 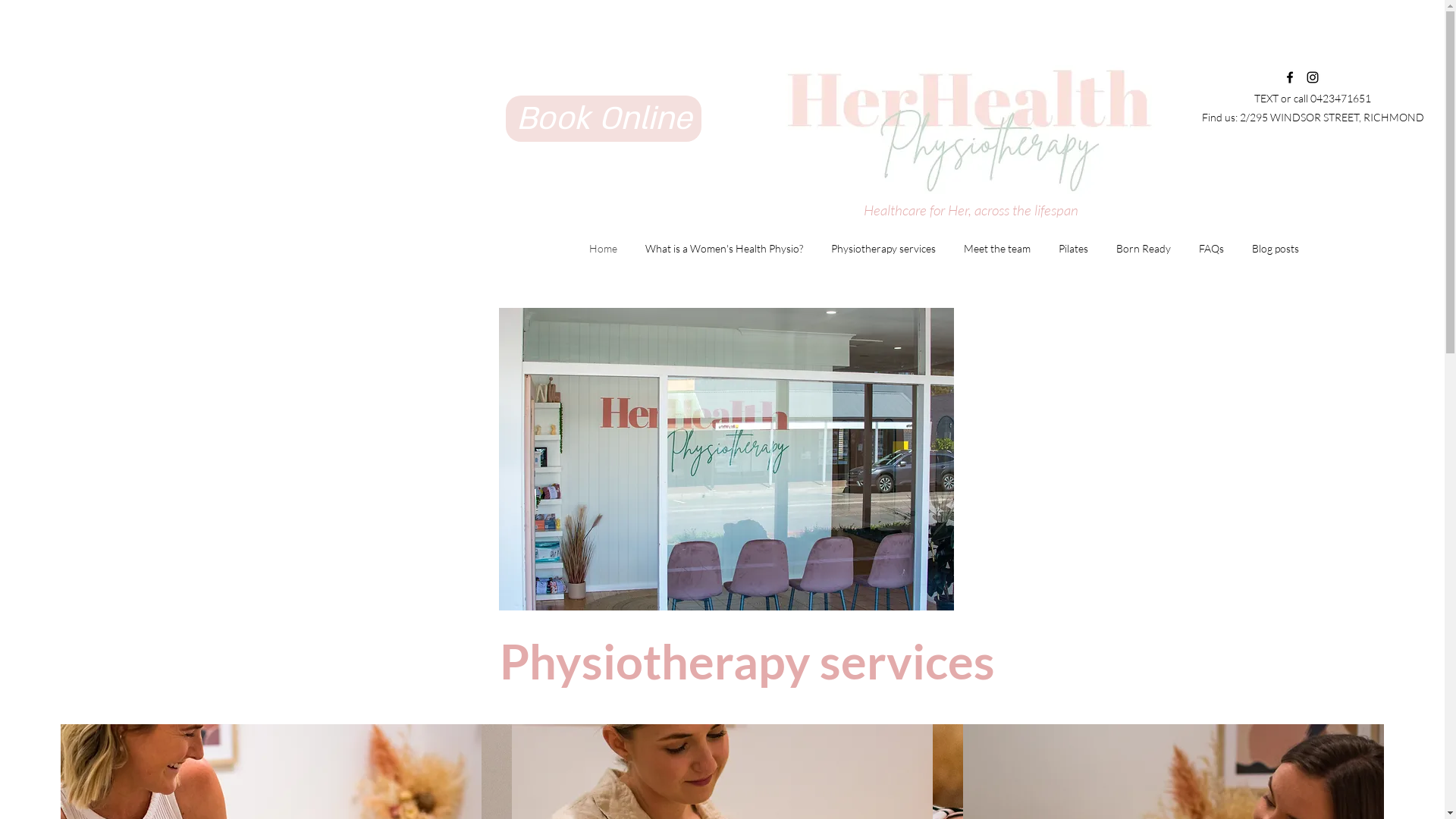 What do you see at coordinates (996, 247) in the screenshot?
I see `'Meet the team'` at bounding box center [996, 247].